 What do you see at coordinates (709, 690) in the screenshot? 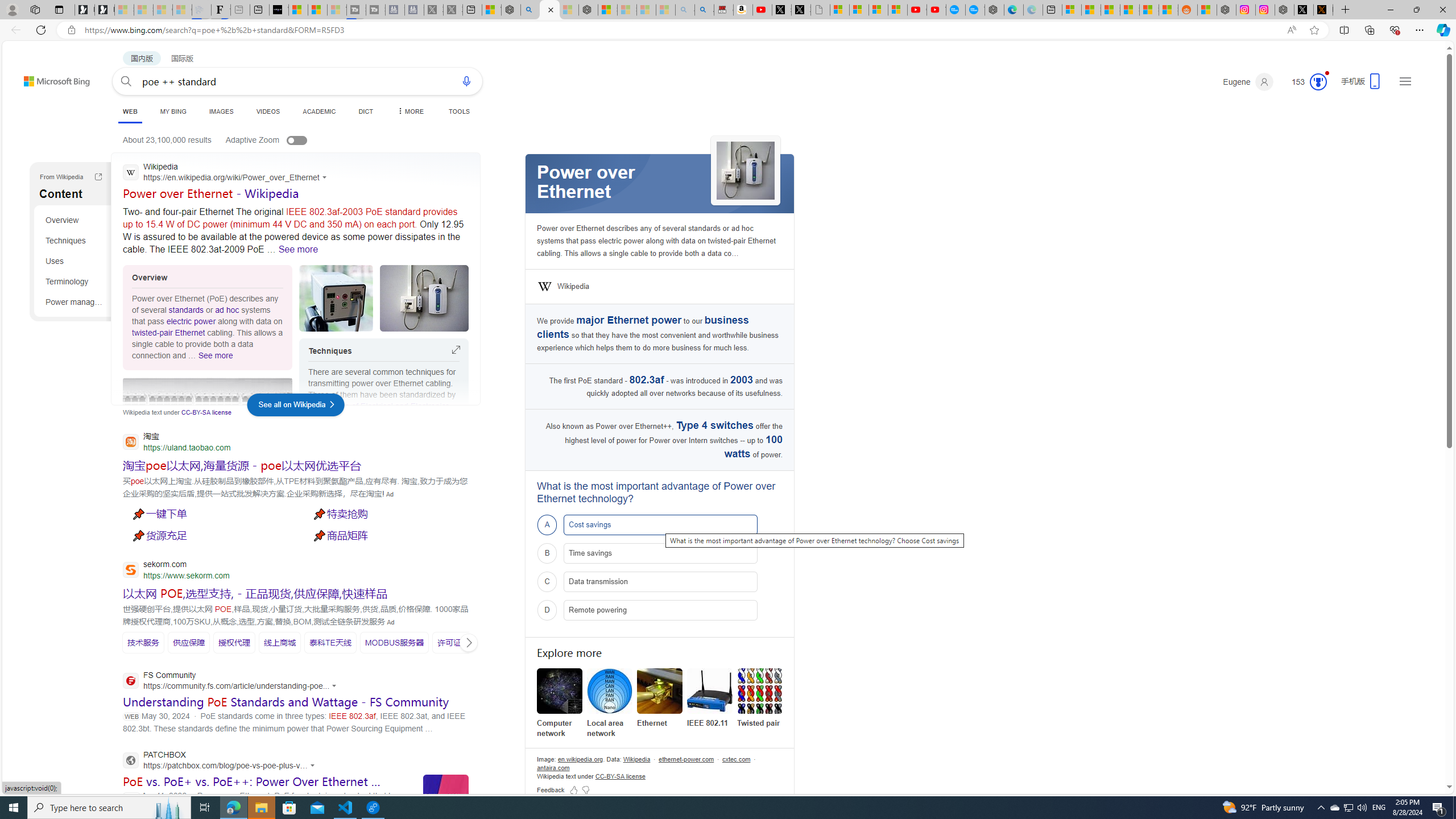
I see `'IEEE 802.11'` at bounding box center [709, 690].